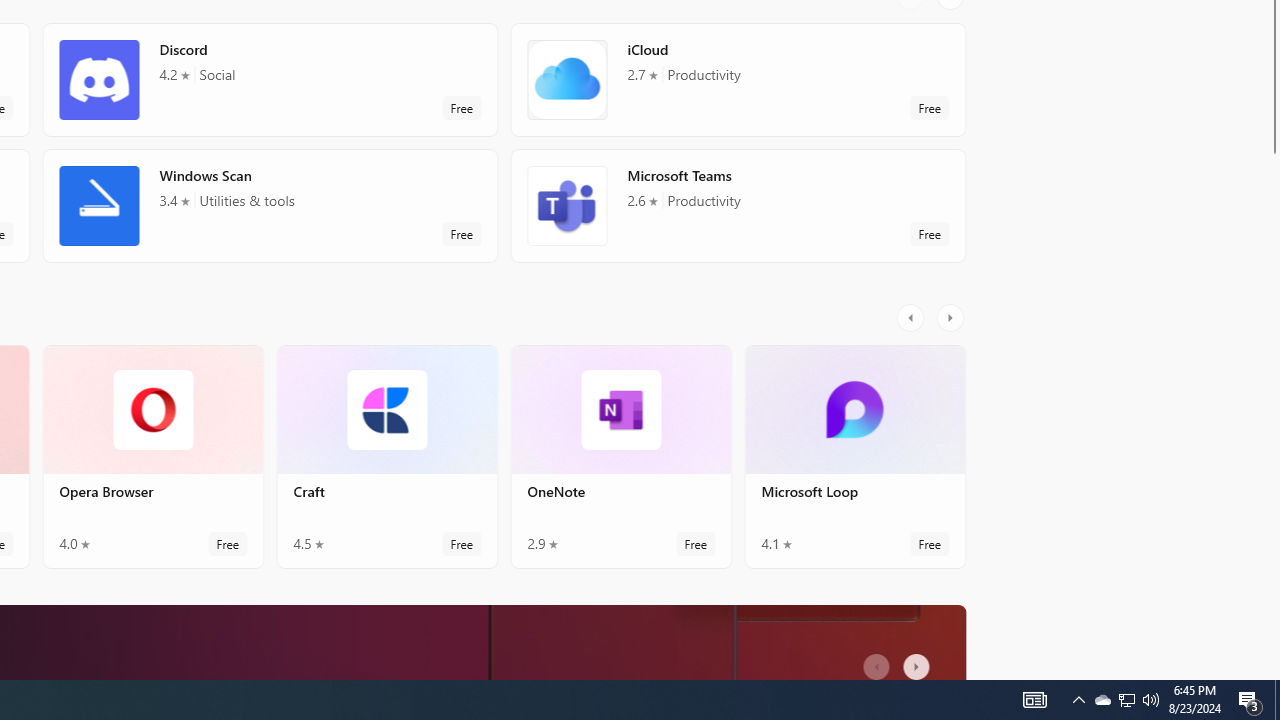  What do you see at coordinates (1271, 672) in the screenshot?
I see `'Vertical Small Increase'` at bounding box center [1271, 672].